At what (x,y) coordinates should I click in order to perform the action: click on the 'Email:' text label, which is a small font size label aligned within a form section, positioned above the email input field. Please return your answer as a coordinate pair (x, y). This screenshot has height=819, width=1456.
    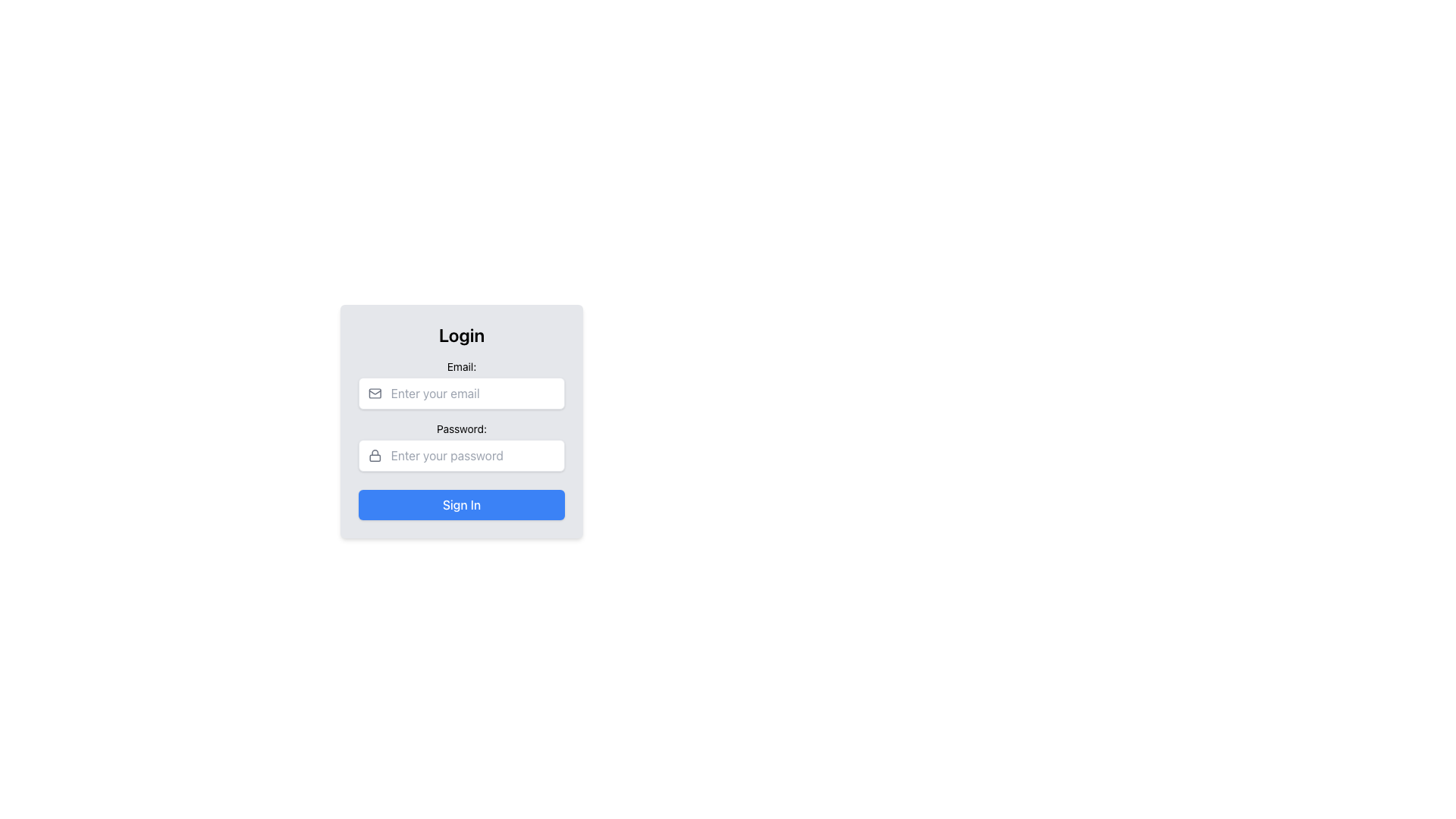
    Looking at the image, I should click on (461, 366).